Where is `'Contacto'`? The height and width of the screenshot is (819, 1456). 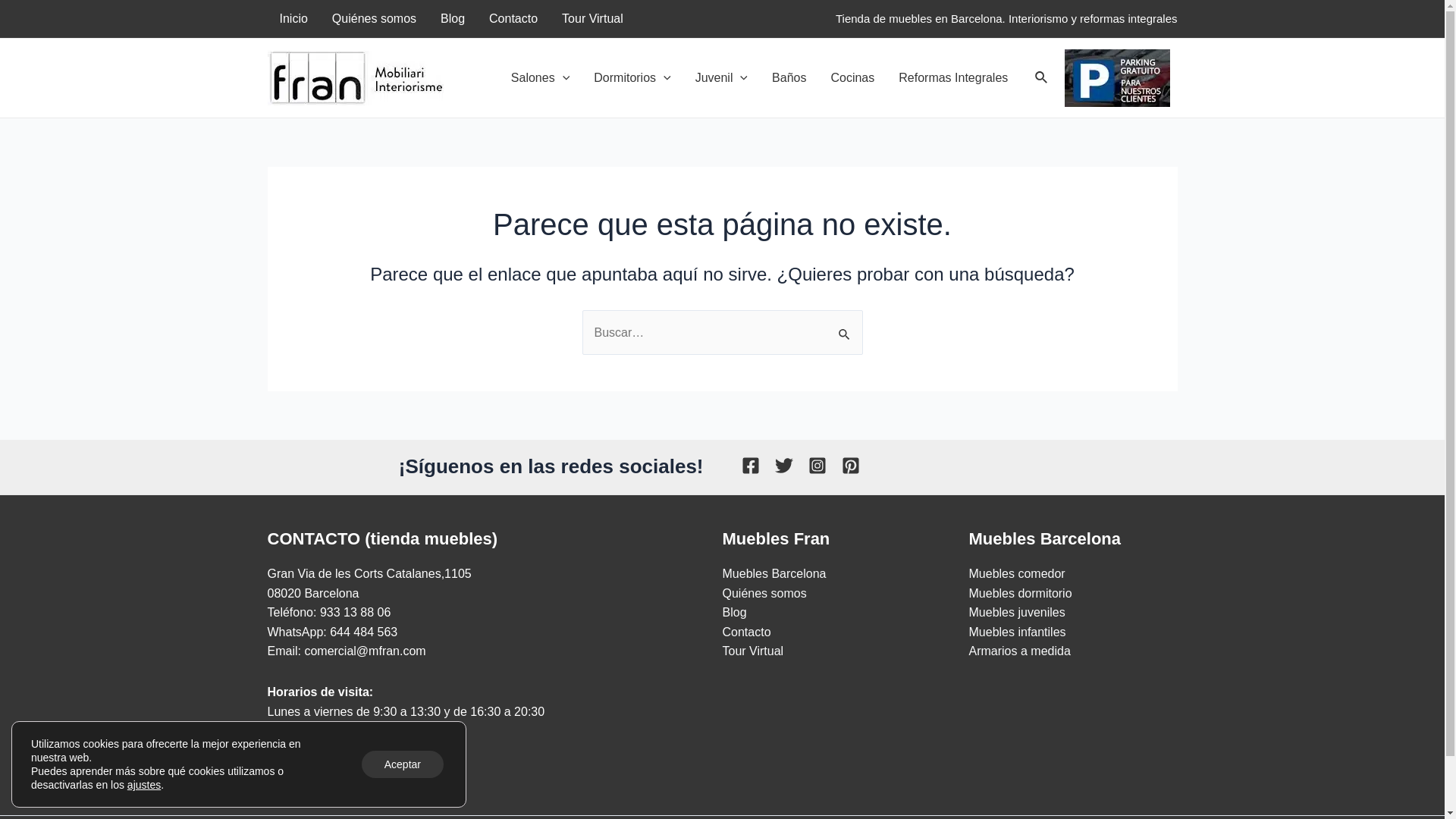 'Contacto' is located at coordinates (745, 632).